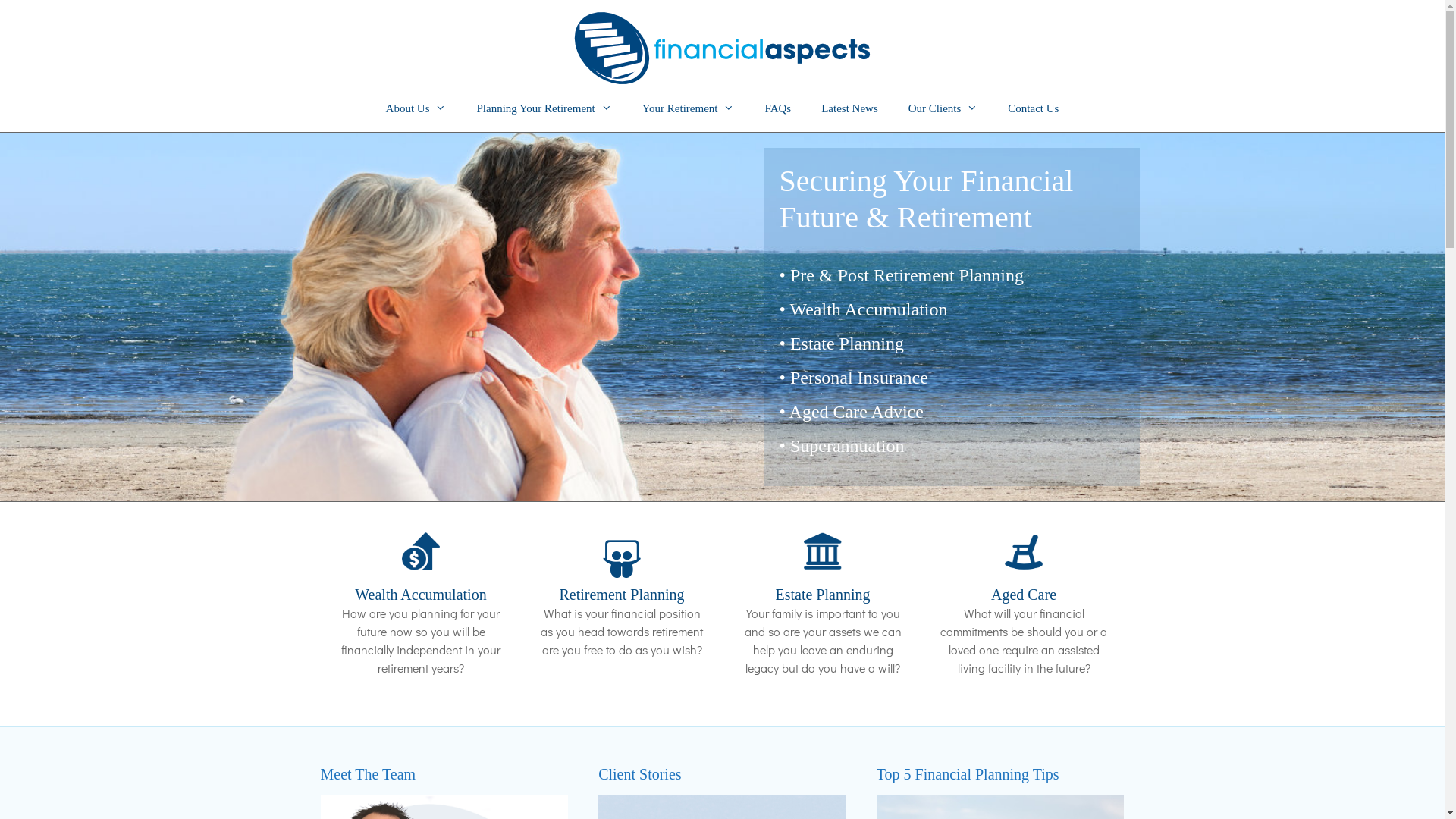 This screenshot has height=819, width=1456. Describe the element at coordinates (1032, 107) in the screenshot. I see `'Contact Us'` at that location.